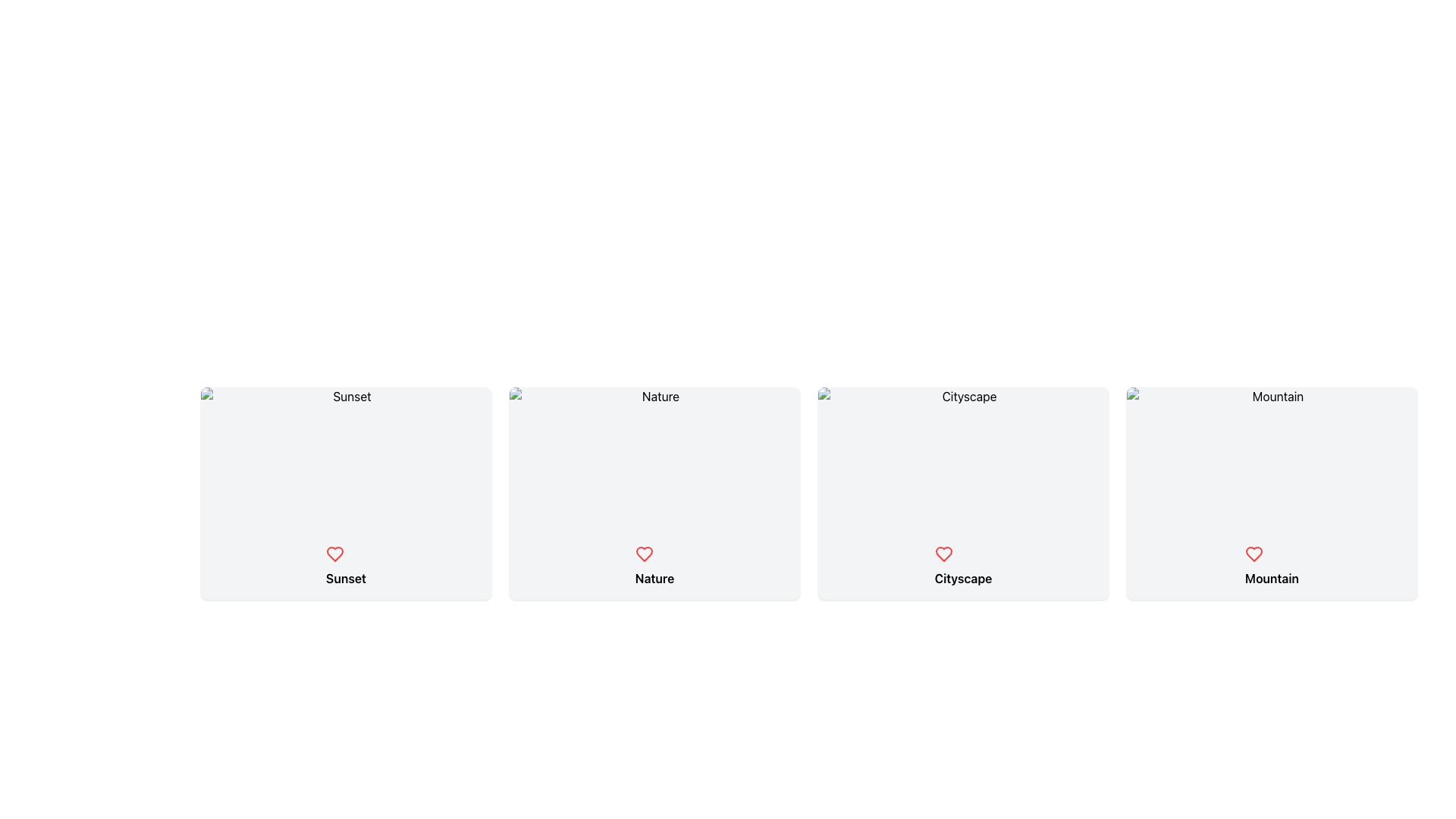 This screenshot has width=1456, height=819. I want to click on the 'Nature' card component, which is the second card in a horizontal list, positioned between 'Sunset' and 'Cityscape', so click(654, 566).